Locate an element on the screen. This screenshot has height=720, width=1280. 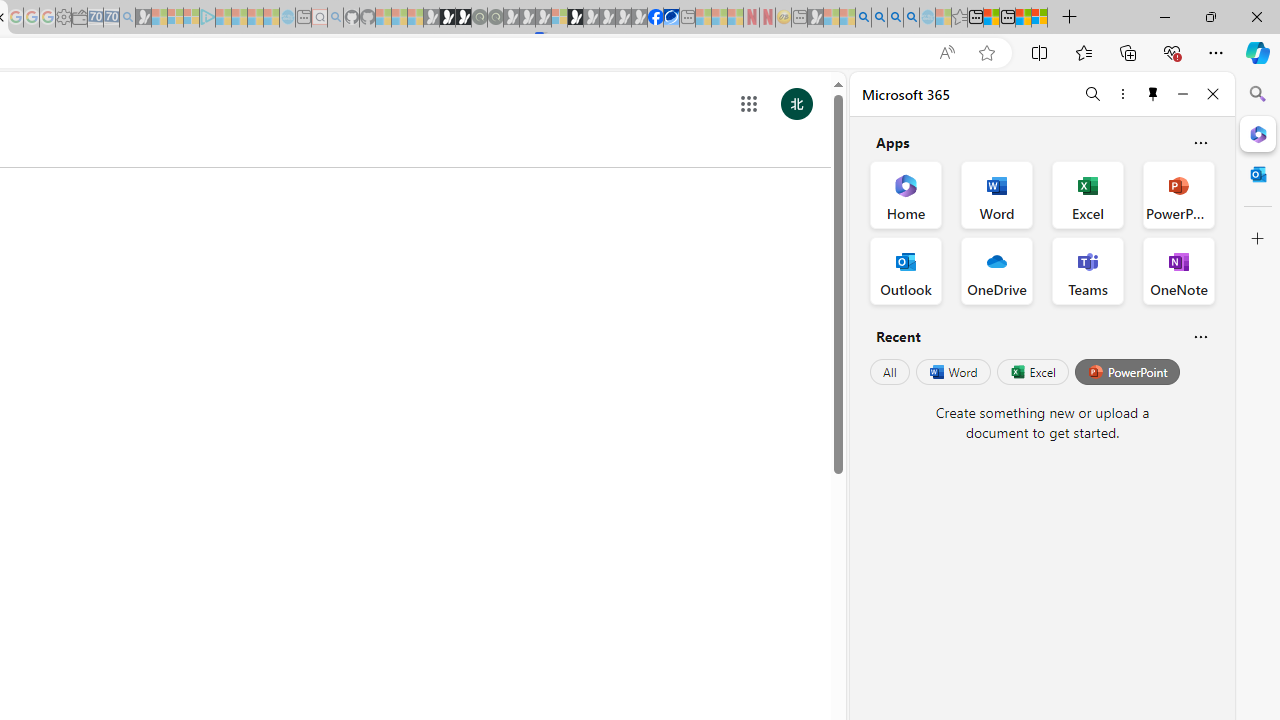
'MSN - Sleeping' is located at coordinates (815, 17).